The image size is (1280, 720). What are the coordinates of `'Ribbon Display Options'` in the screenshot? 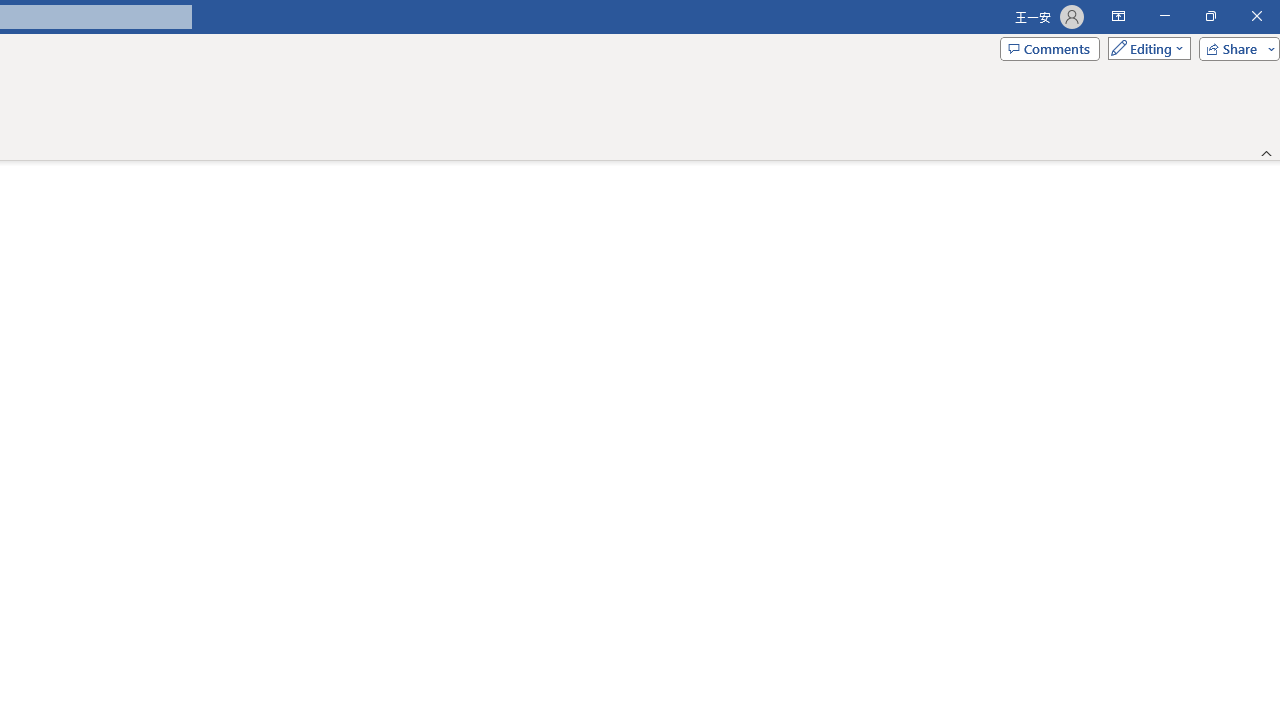 It's located at (1117, 16).